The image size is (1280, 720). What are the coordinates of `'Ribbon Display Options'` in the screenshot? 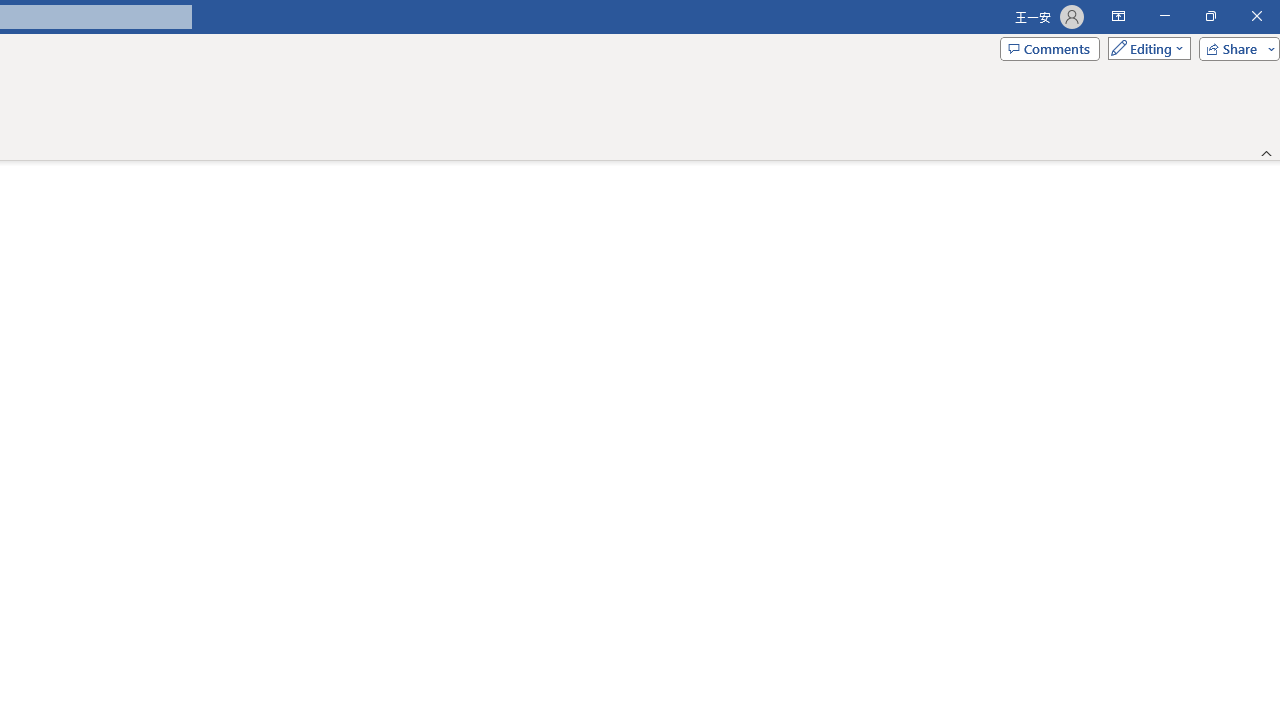 It's located at (1117, 16).